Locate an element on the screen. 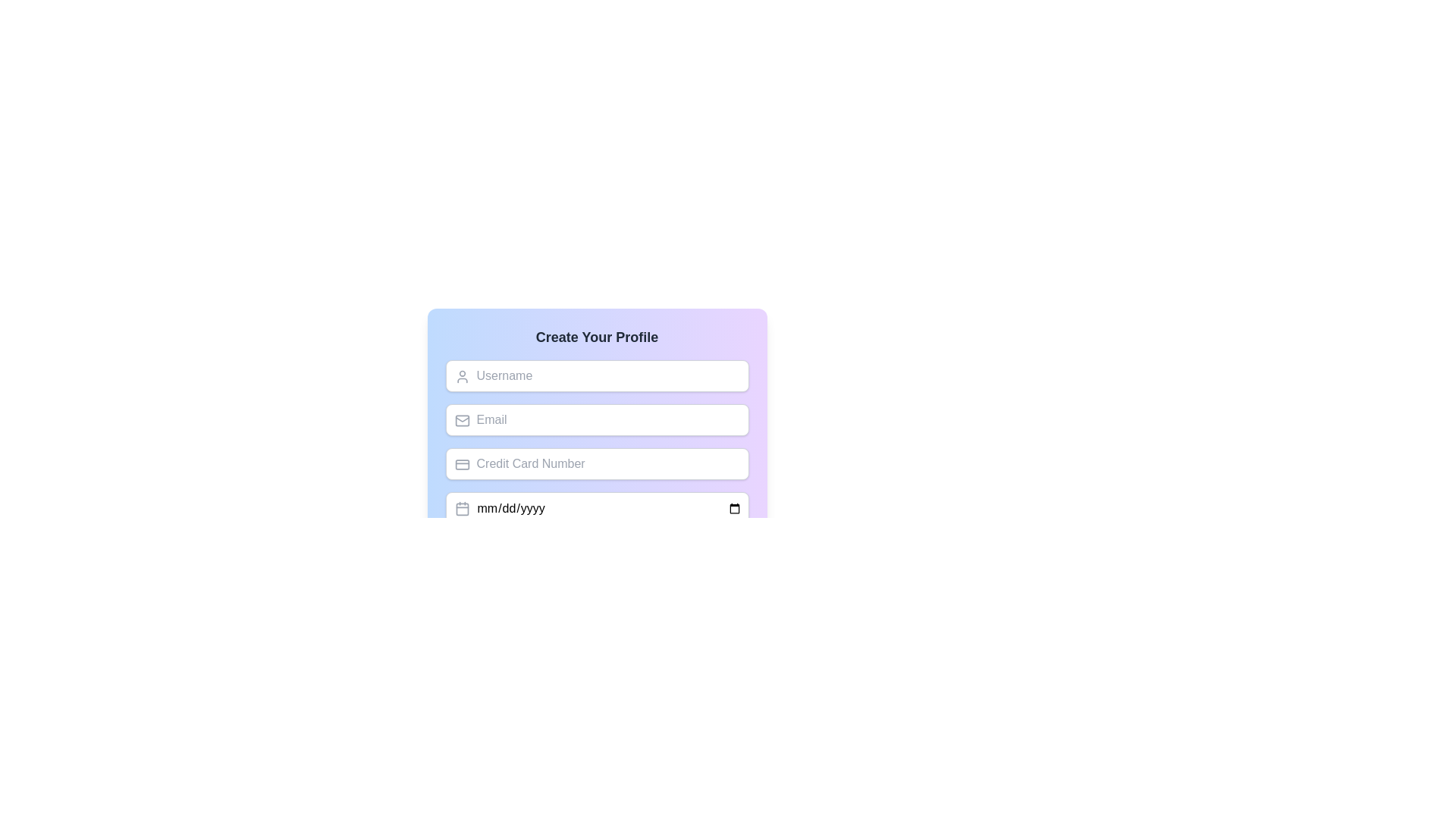 The image size is (1456, 819). the decorative rectangular background of the email icon in the profile creation form, which is positioned to the left of the 'Email' input field is located at coordinates (461, 421).